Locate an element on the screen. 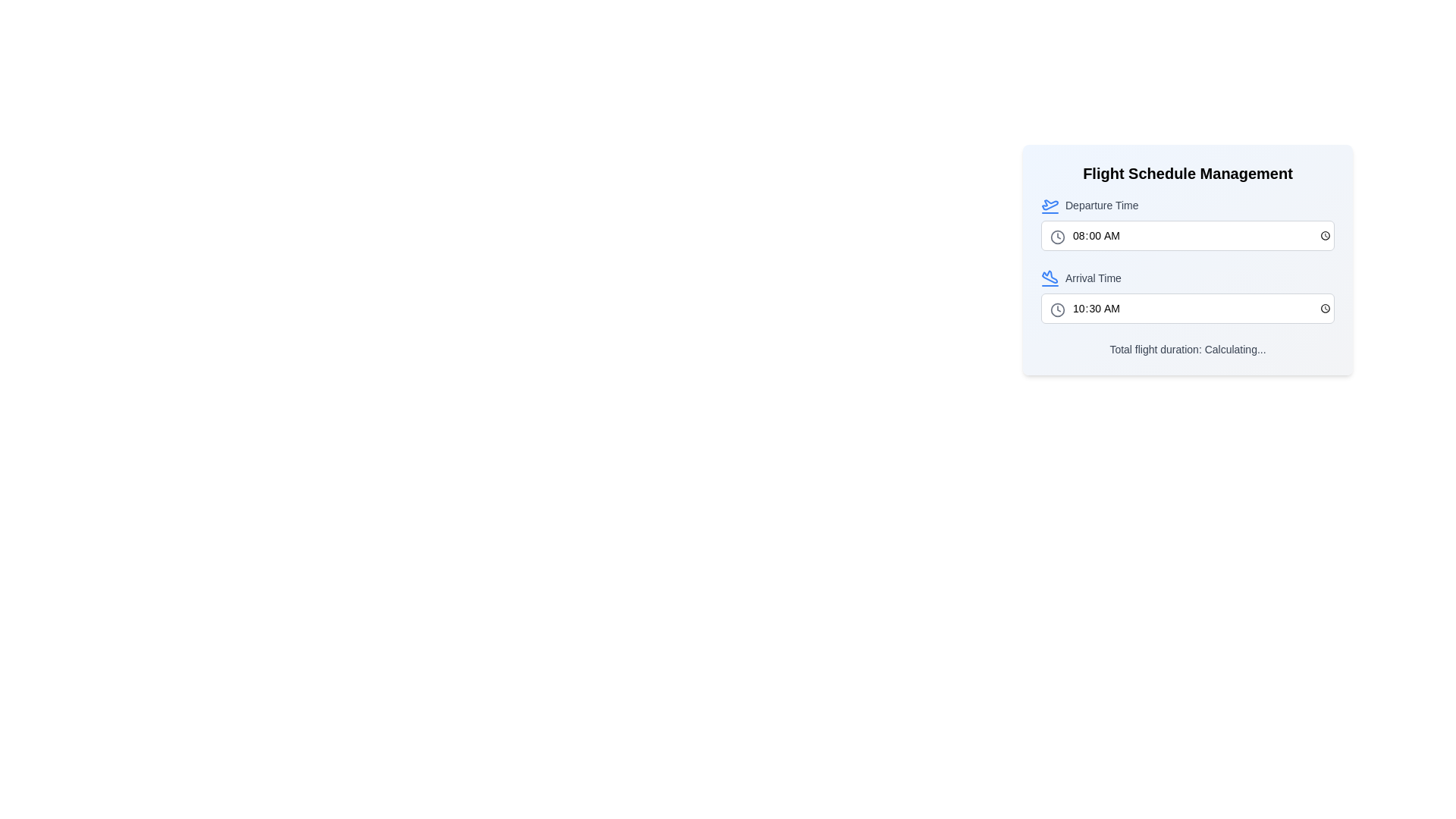 Image resolution: width=1456 pixels, height=819 pixels. the time selection icon located inside the 'Arrival Time' input field in the 'Flight Schedule Management' section is located at coordinates (1057, 309).